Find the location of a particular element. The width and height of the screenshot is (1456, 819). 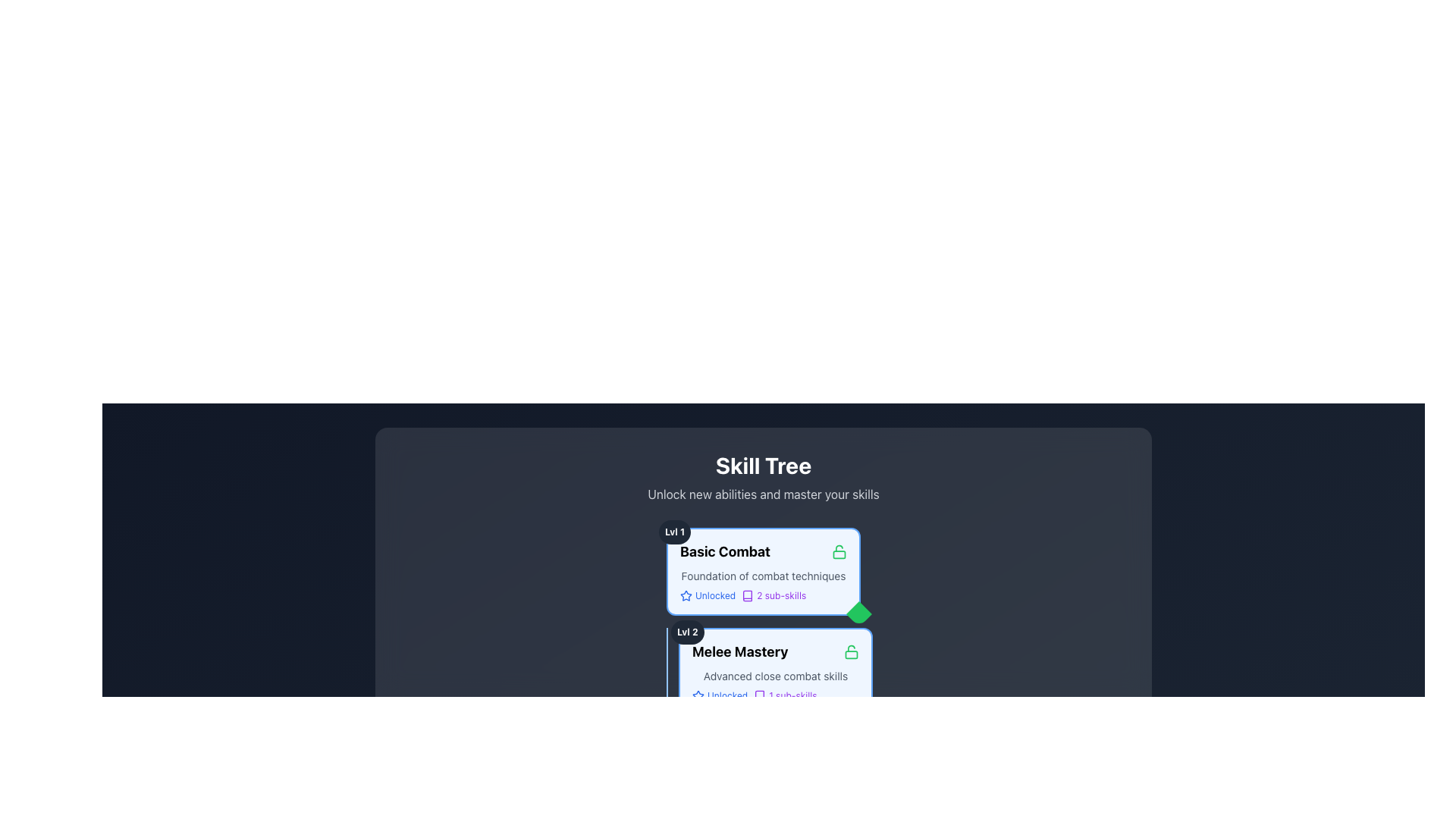

the 'Melee Mastery' label, which is styled boldly in green and accompanied by a lock icon, located at the top of its skill card is located at coordinates (775, 651).